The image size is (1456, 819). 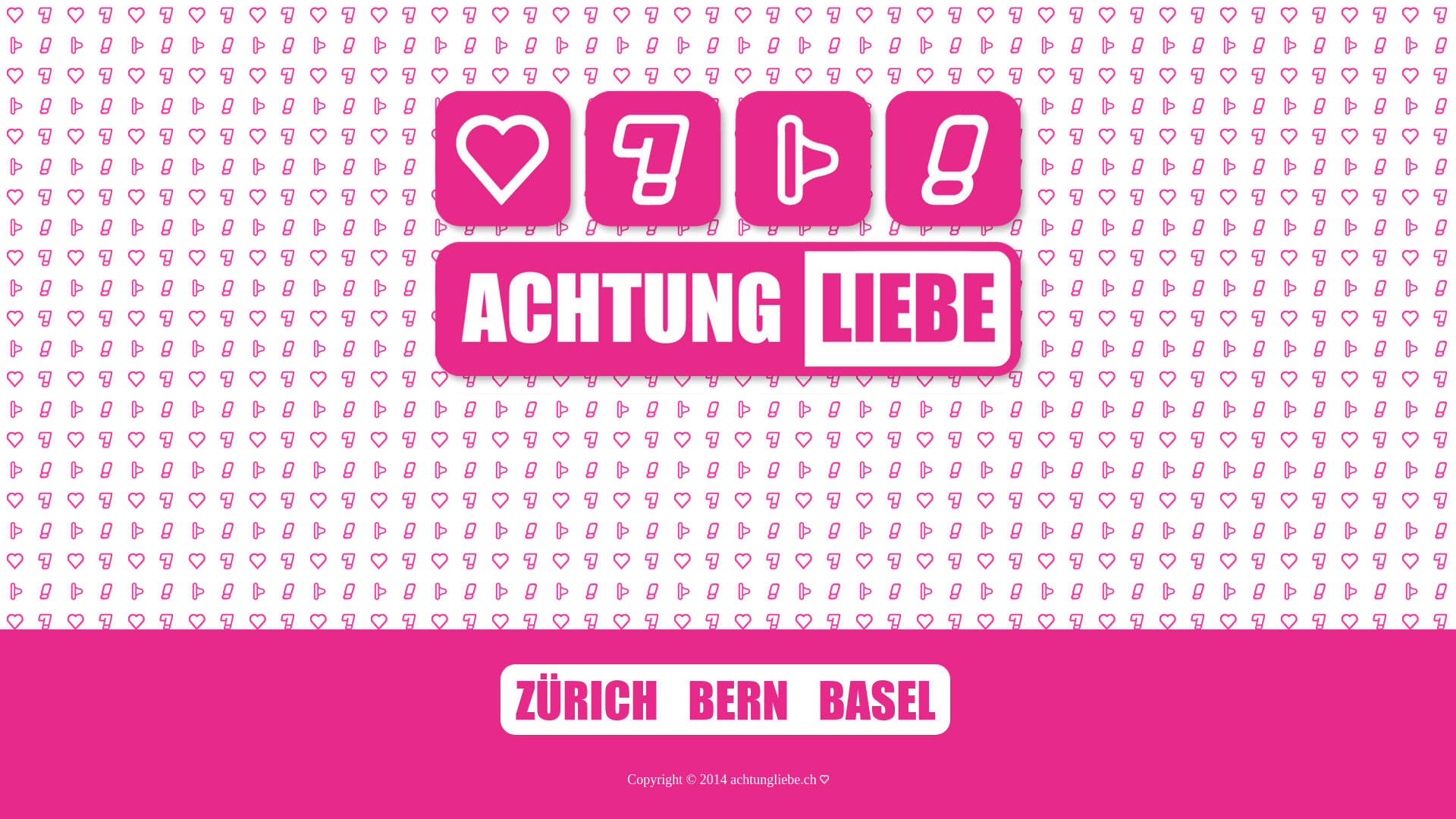 I want to click on 'Zur Seitenadministration', so click(x=823, y=780).